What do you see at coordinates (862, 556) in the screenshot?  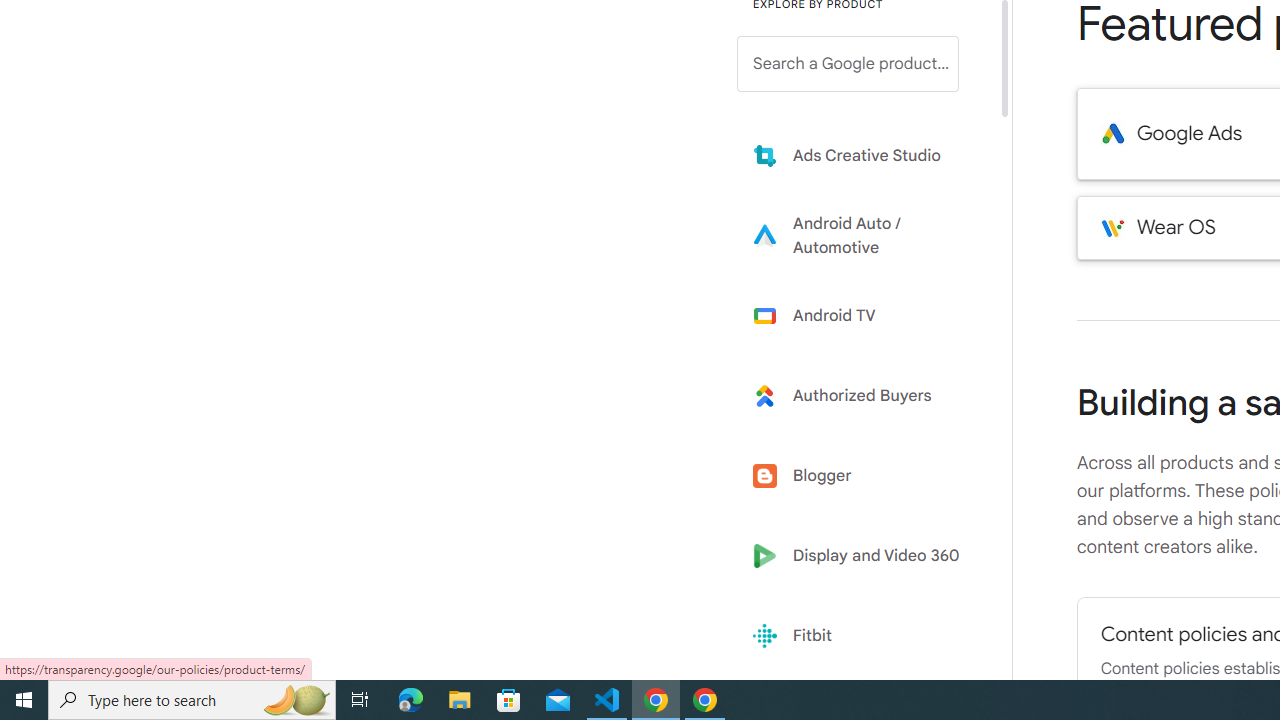 I see `'Display and Video 360'` at bounding box center [862, 556].